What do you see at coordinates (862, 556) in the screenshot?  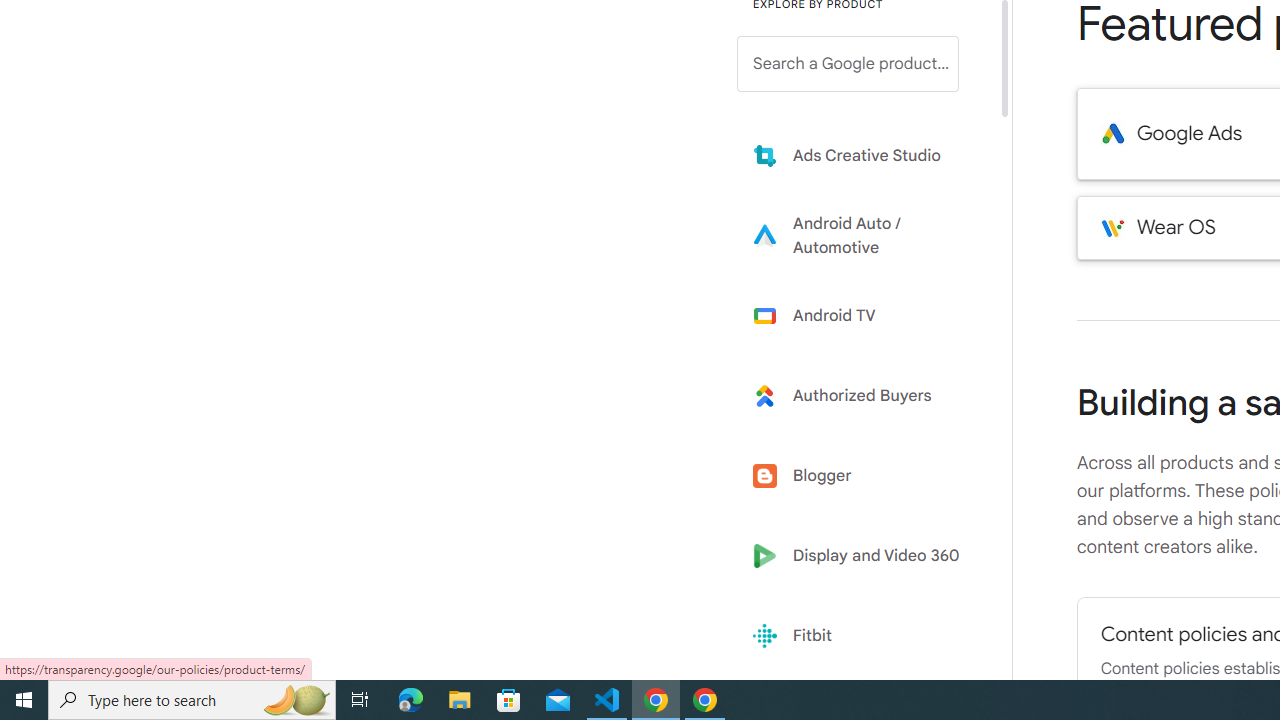 I see `'Display and Video 360'` at bounding box center [862, 556].